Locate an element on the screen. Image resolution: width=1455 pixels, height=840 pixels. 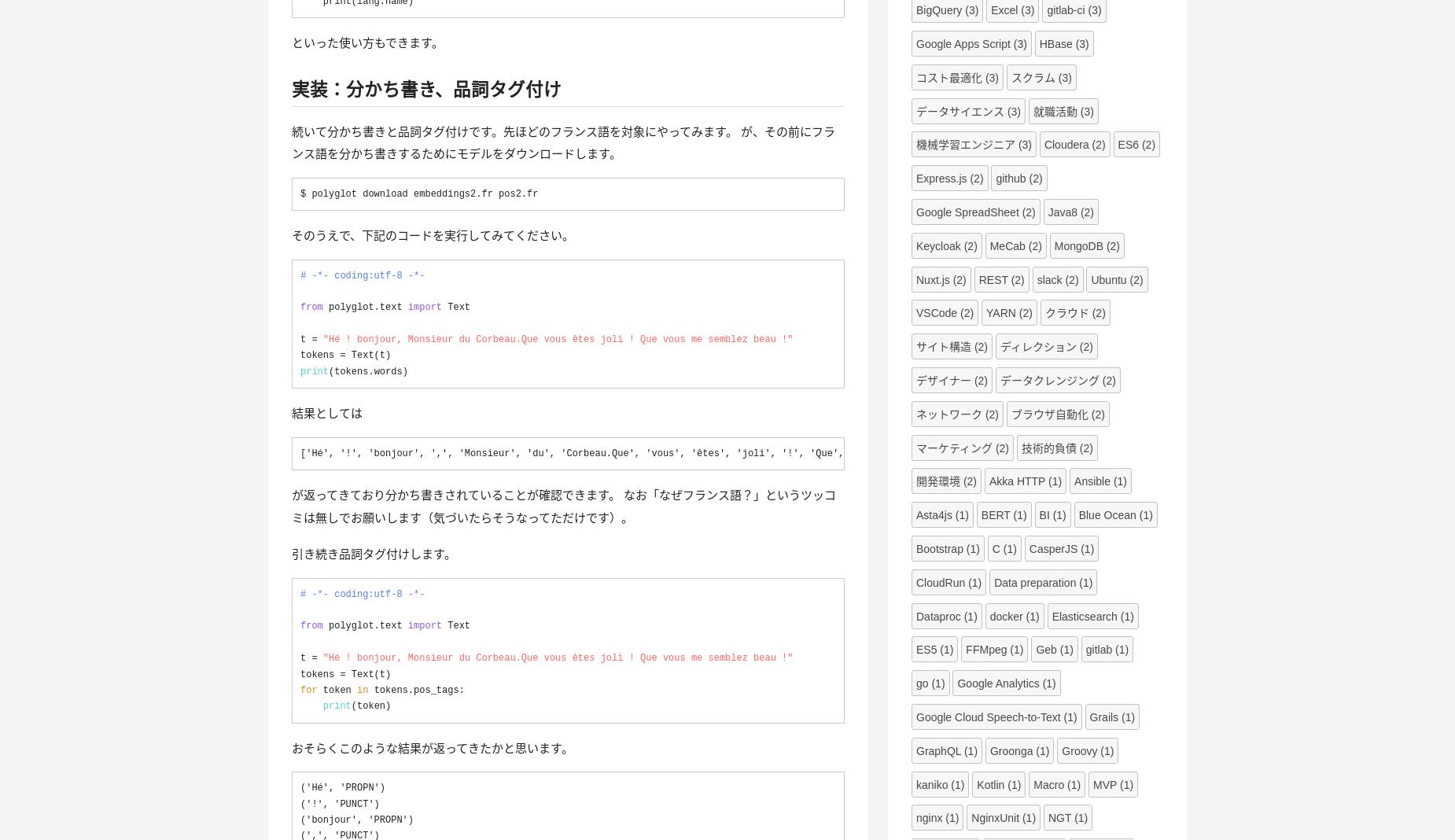
'Asta4js (1)' is located at coordinates (915, 514).